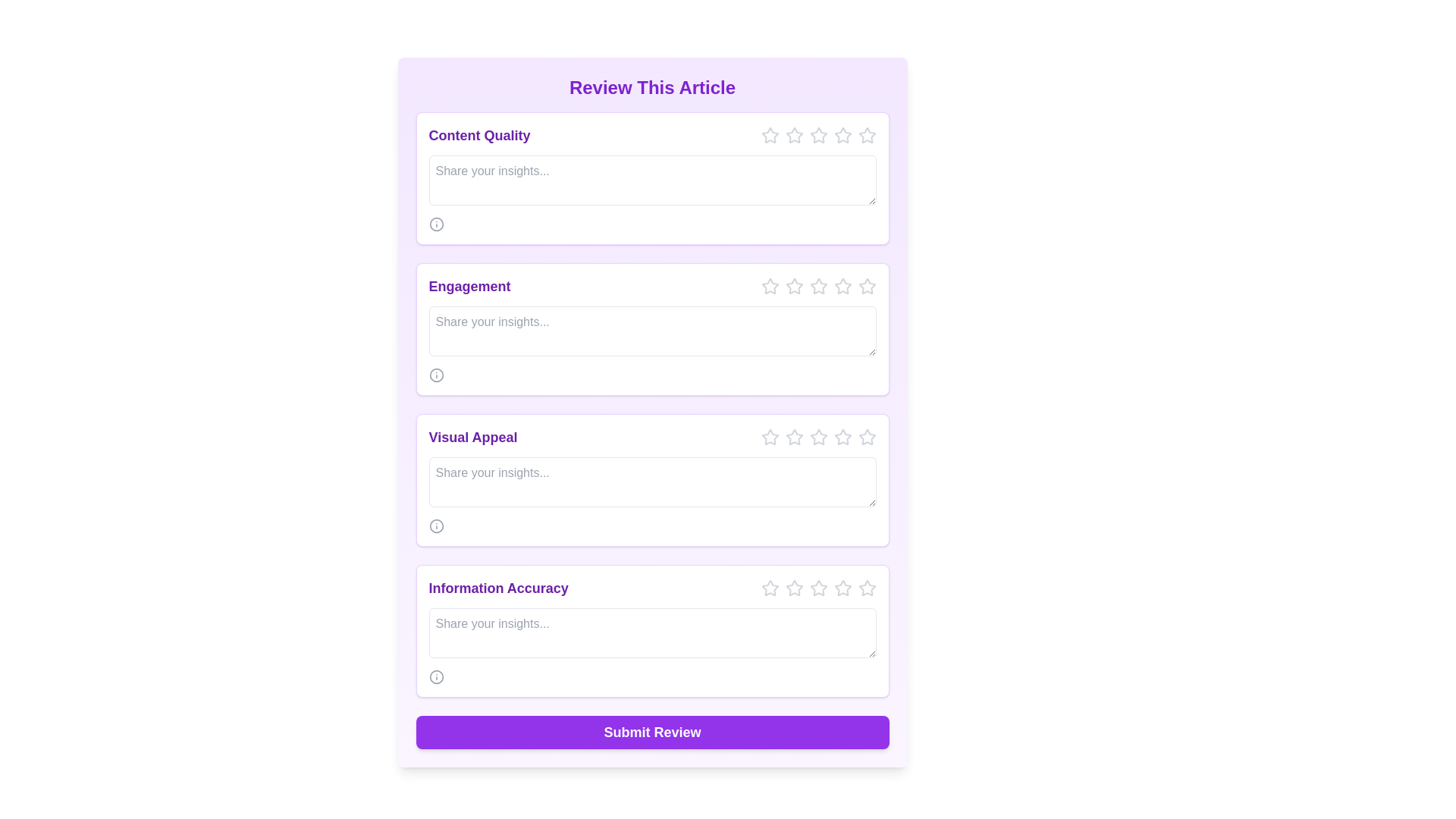  Describe the element at coordinates (770, 134) in the screenshot. I see `the first gray, hollow star icon in the horizontal row under the 'Content Quality' heading` at that location.